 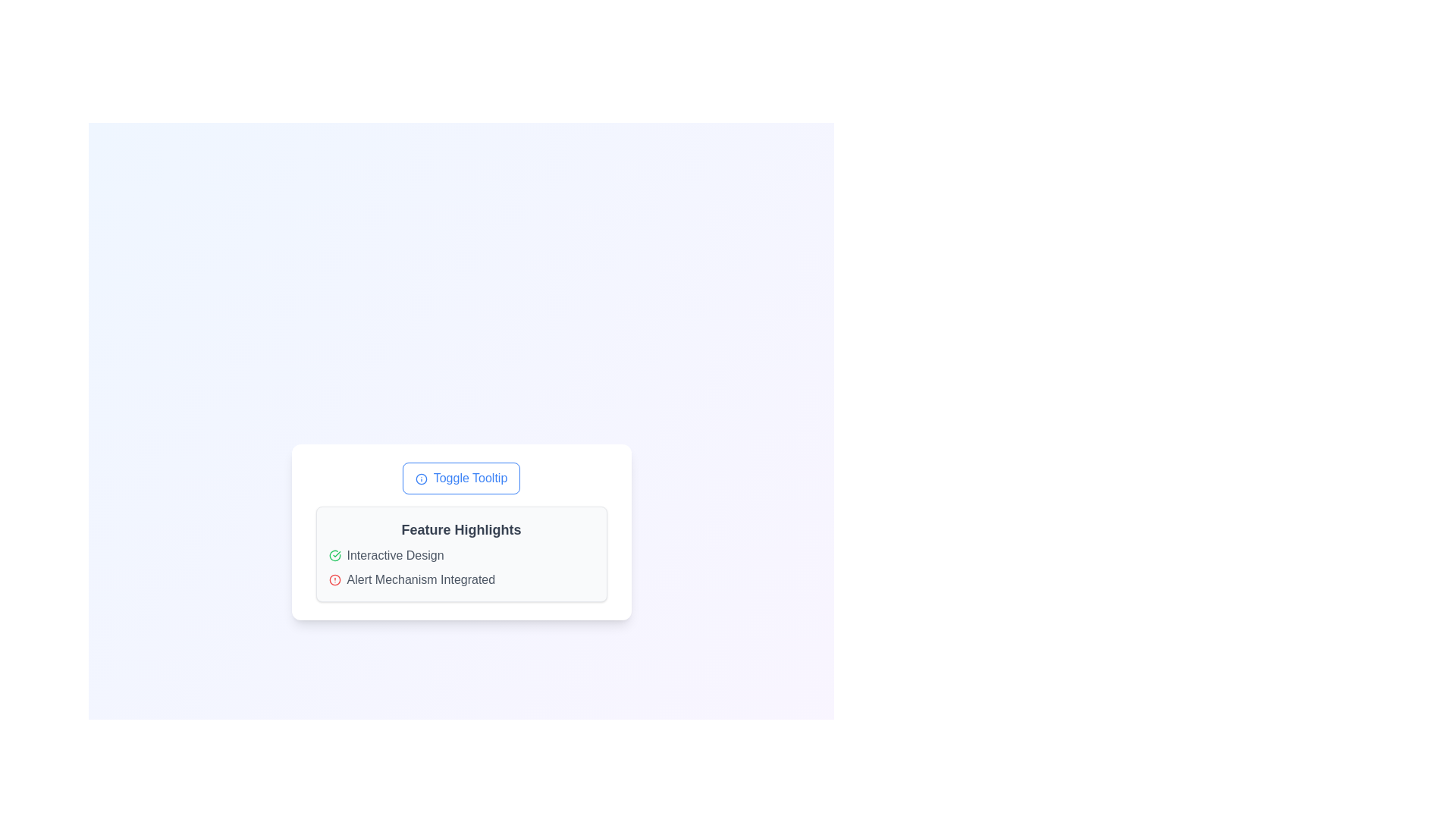 I want to click on the icon located to the left of the 'Toggle Tooltip' text within a button that has a blue border and rounded corners, so click(x=421, y=479).